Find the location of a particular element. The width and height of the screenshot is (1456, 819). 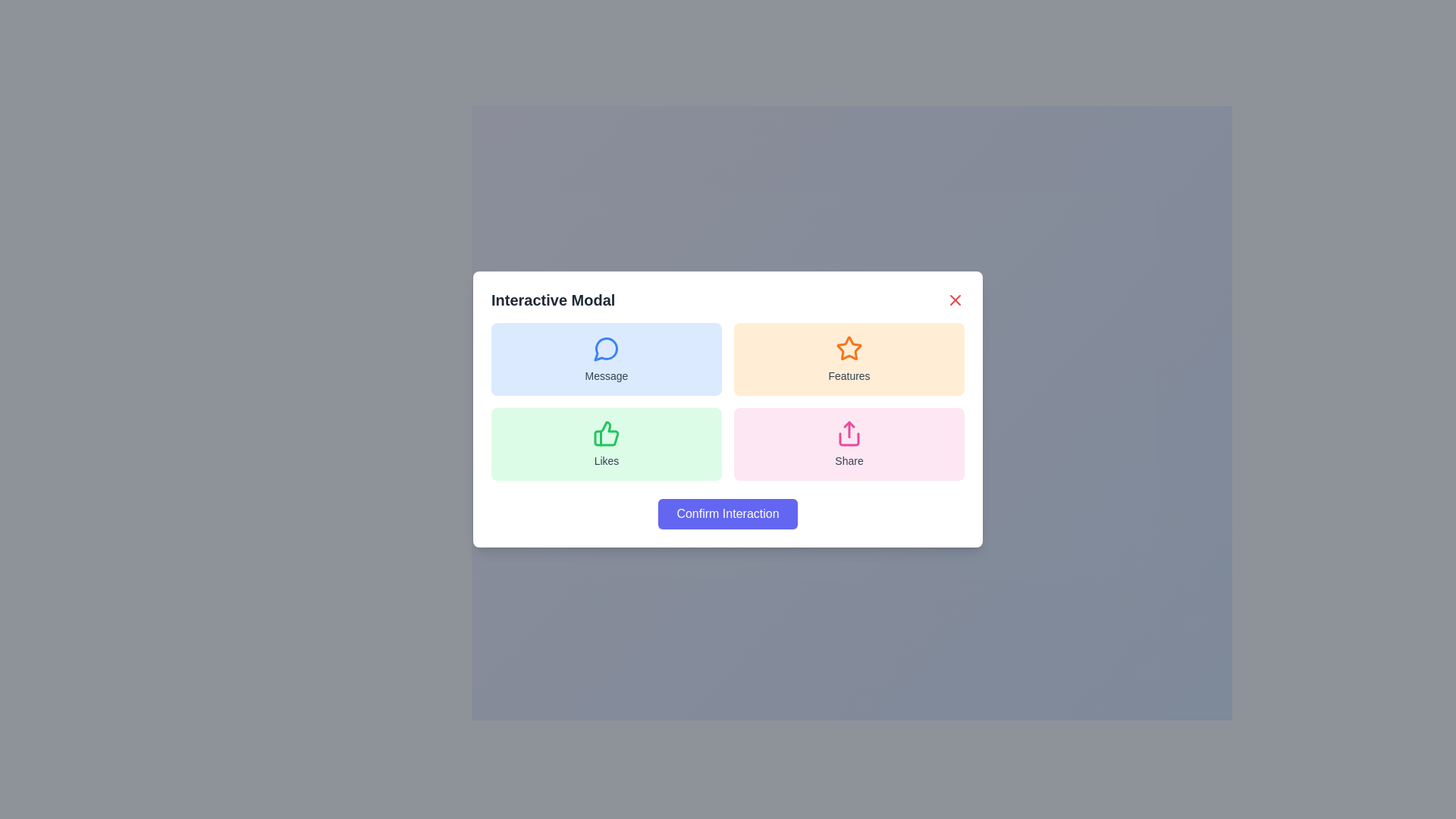

the 'Features' Card component located in the top-right of the grid layout is located at coordinates (848, 359).